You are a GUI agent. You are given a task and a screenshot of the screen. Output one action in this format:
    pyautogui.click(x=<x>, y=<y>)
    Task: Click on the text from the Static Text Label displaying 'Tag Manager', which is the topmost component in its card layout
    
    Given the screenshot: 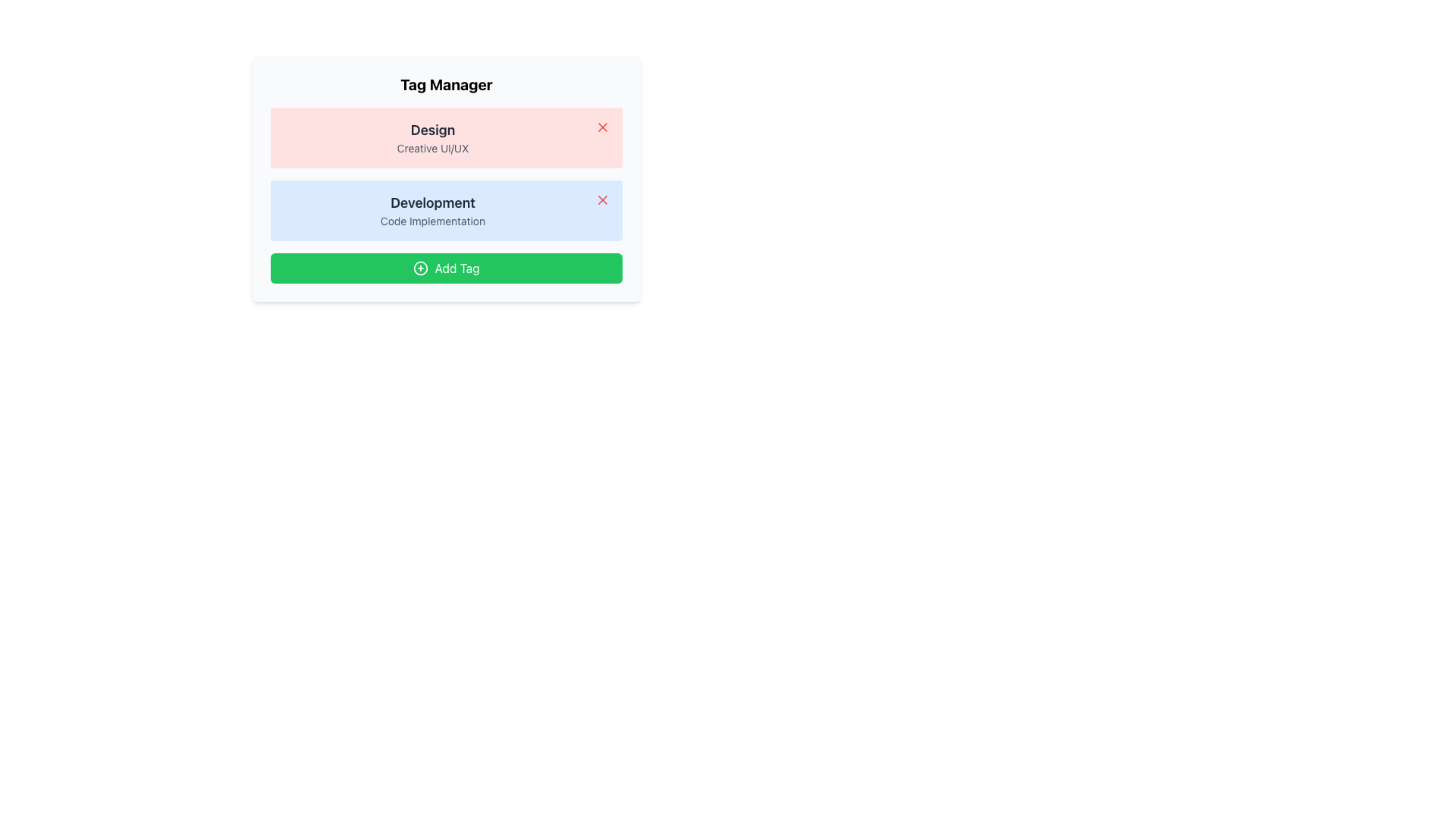 What is the action you would take?
    pyautogui.click(x=446, y=84)
    